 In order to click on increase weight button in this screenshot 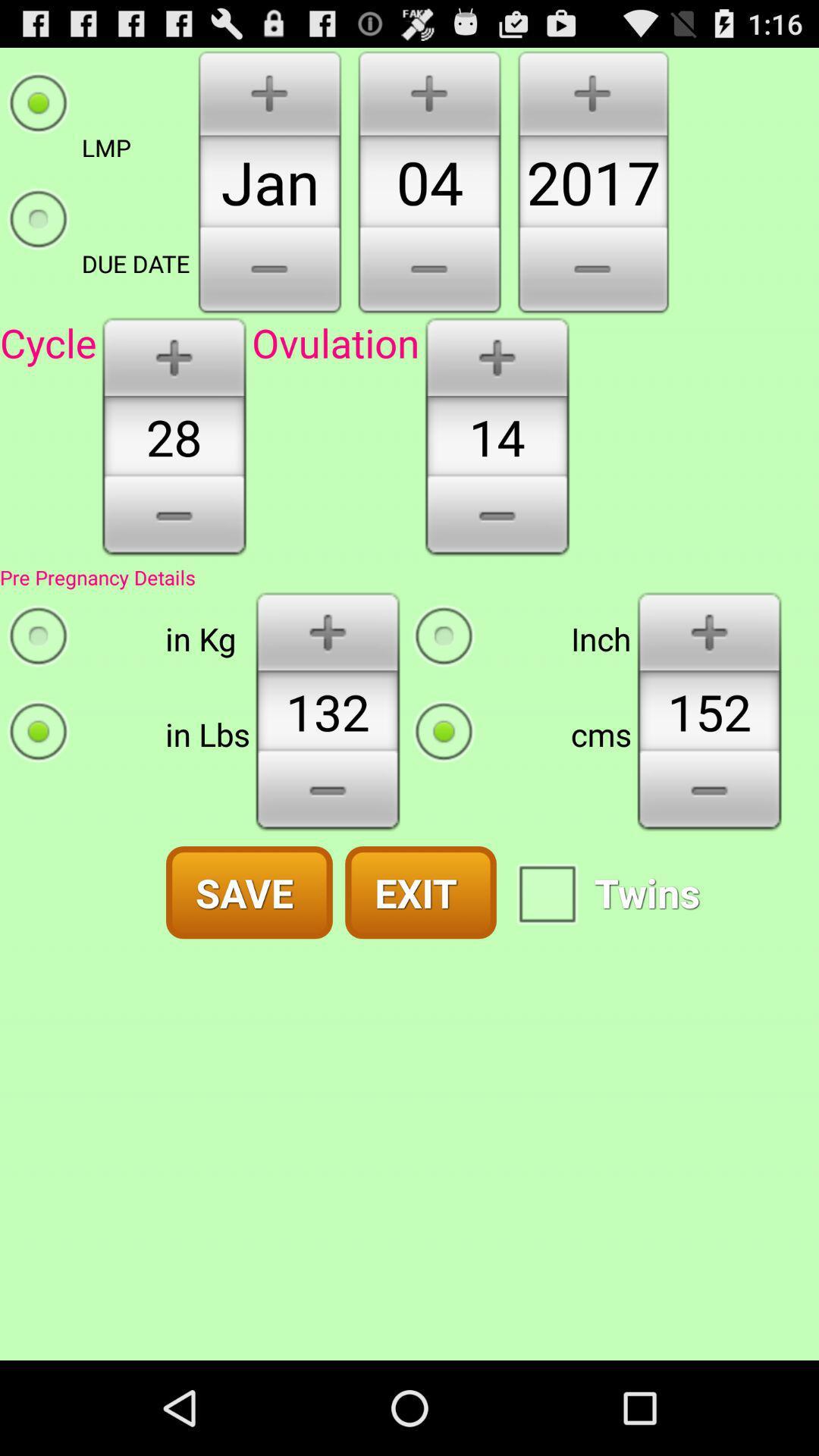, I will do `click(327, 630)`.